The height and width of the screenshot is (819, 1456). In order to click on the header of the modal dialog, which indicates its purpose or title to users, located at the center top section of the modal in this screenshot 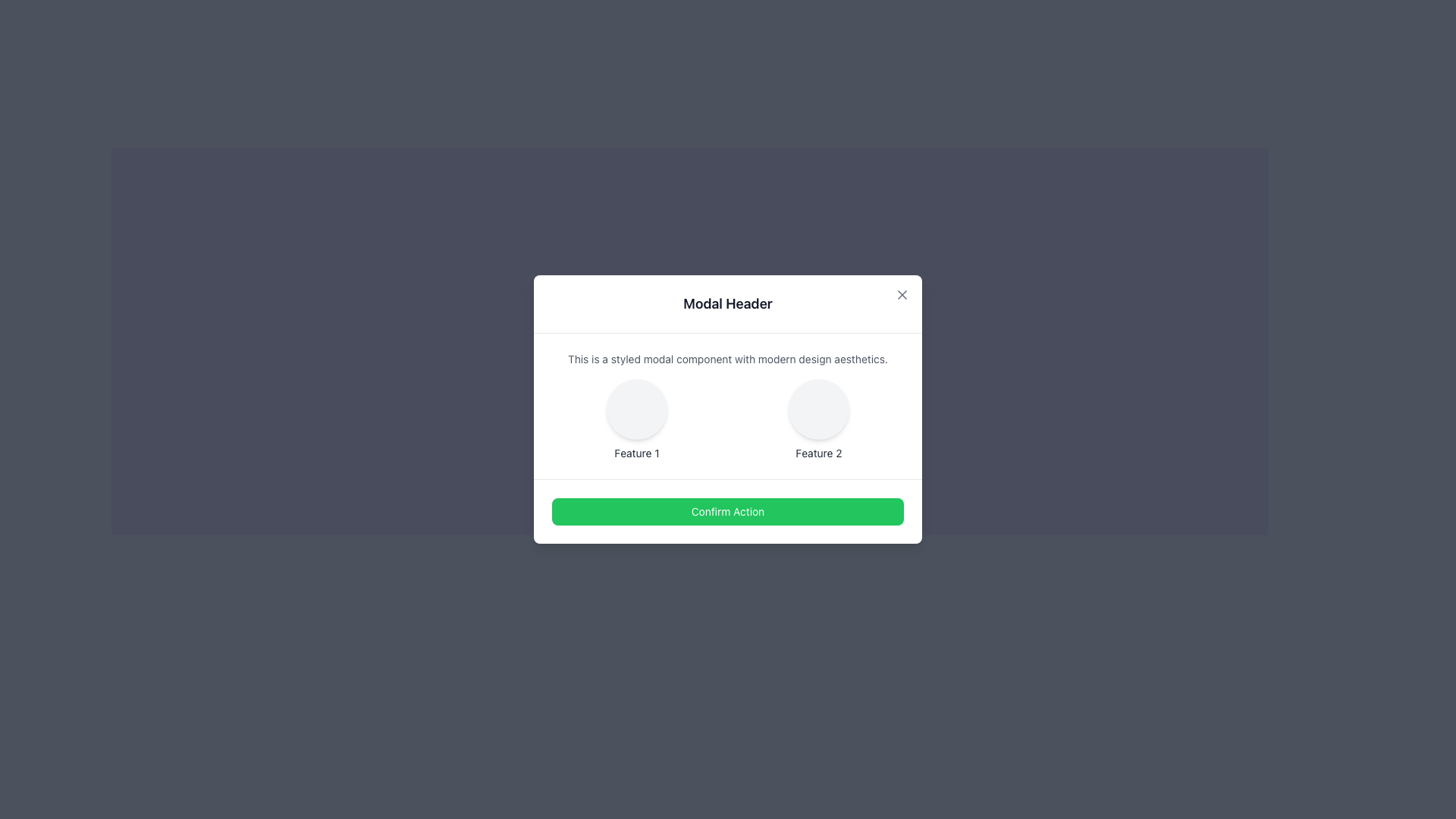, I will do `click(728, 304)`.